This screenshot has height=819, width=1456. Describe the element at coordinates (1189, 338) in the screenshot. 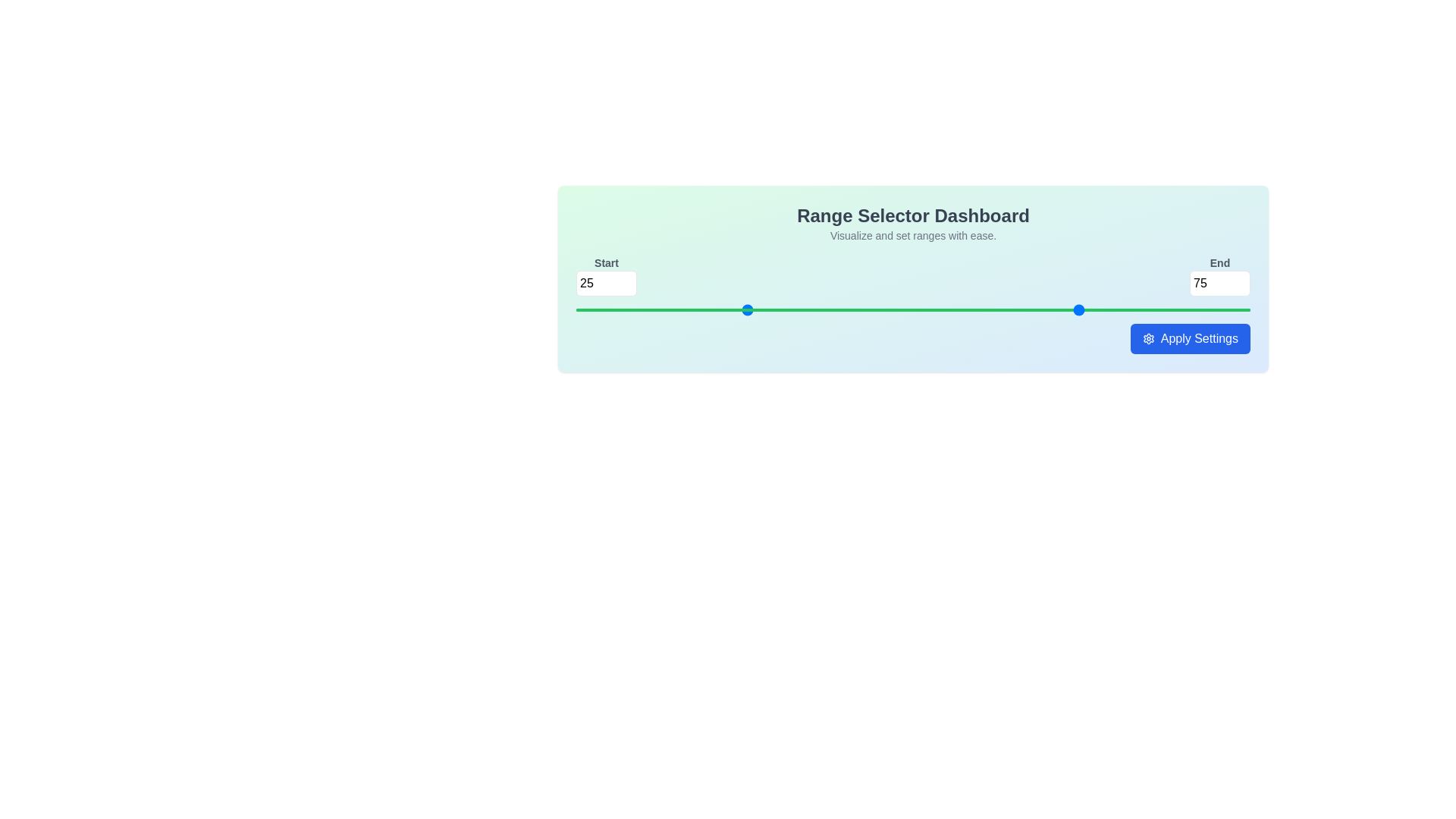

I see `the 'Apply Settings' button, which features a blue background, rounded corners, and the text 'Apply Settings' in white with a gear icon on the left, located at the bottom-right corner of its section` at that location.